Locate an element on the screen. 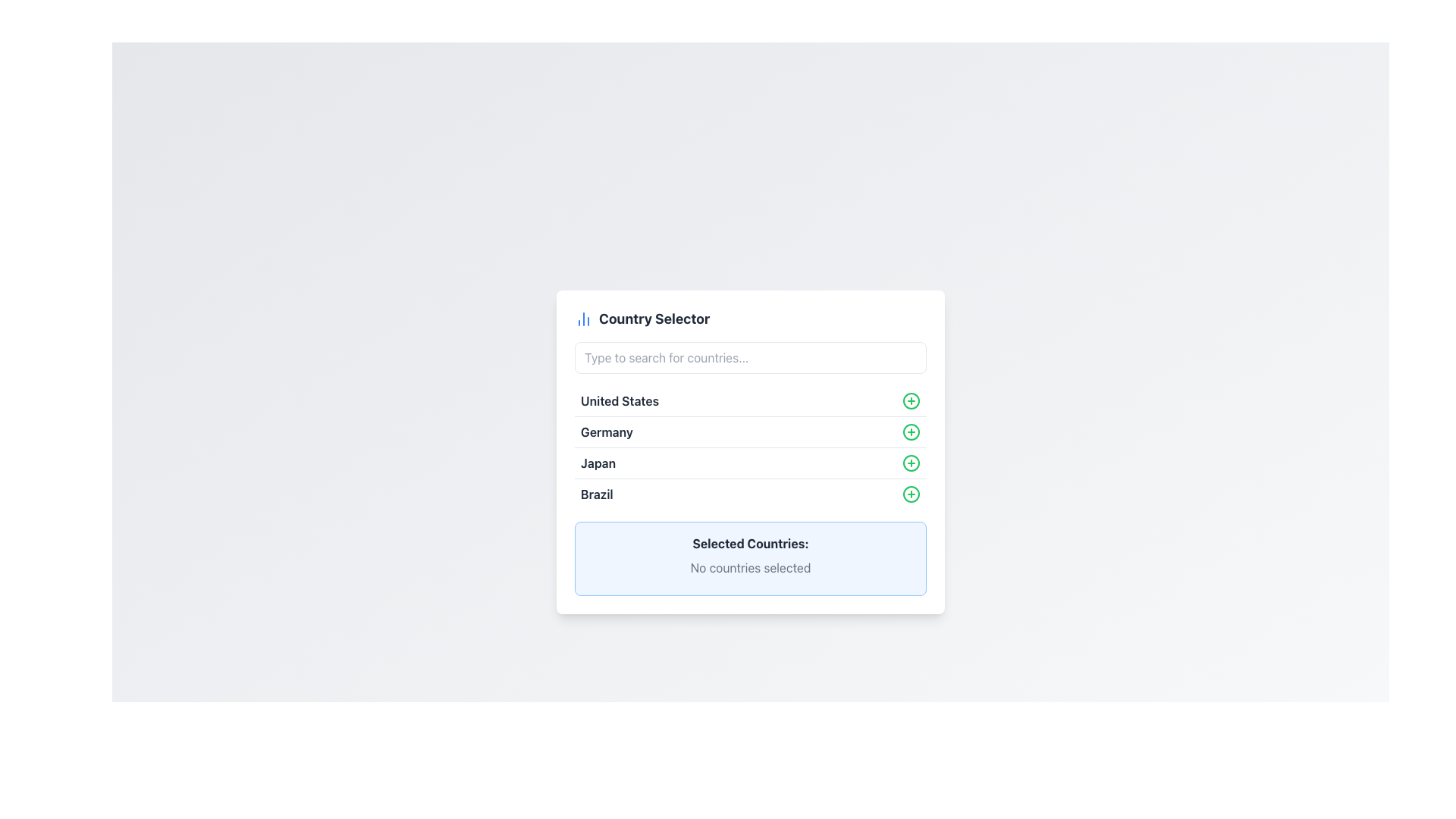 The image size is (1456, 819). text label that states 'No countries selected', located within the 'Selected Countries:' section, which indicates the current selection status is located at coordinates (750, 567).